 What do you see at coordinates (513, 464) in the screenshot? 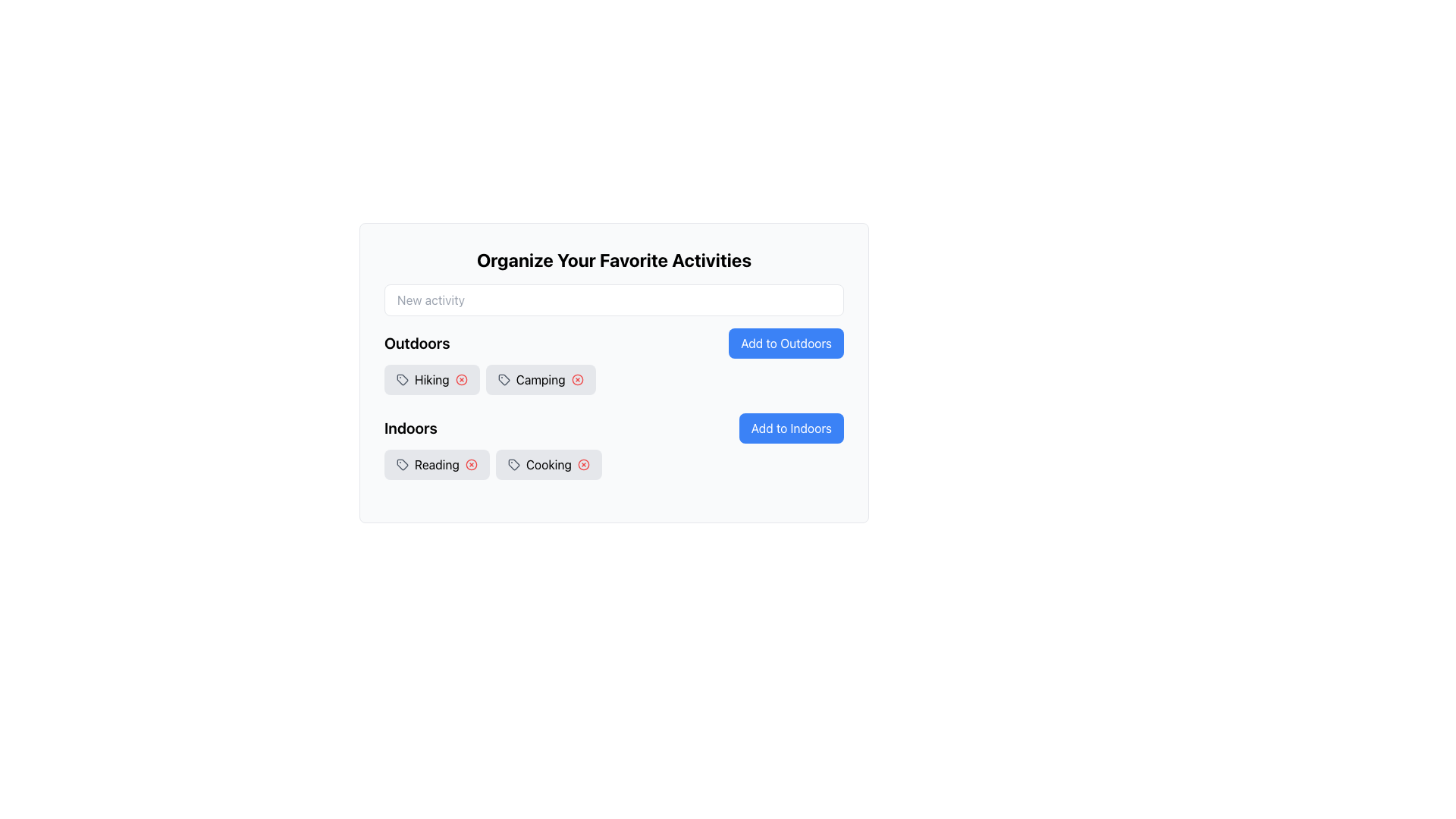
I see `small circular tag outline icon located to the left of the 'Cooking' button under the 'Indoors' section` at bounding box center [513, 464].